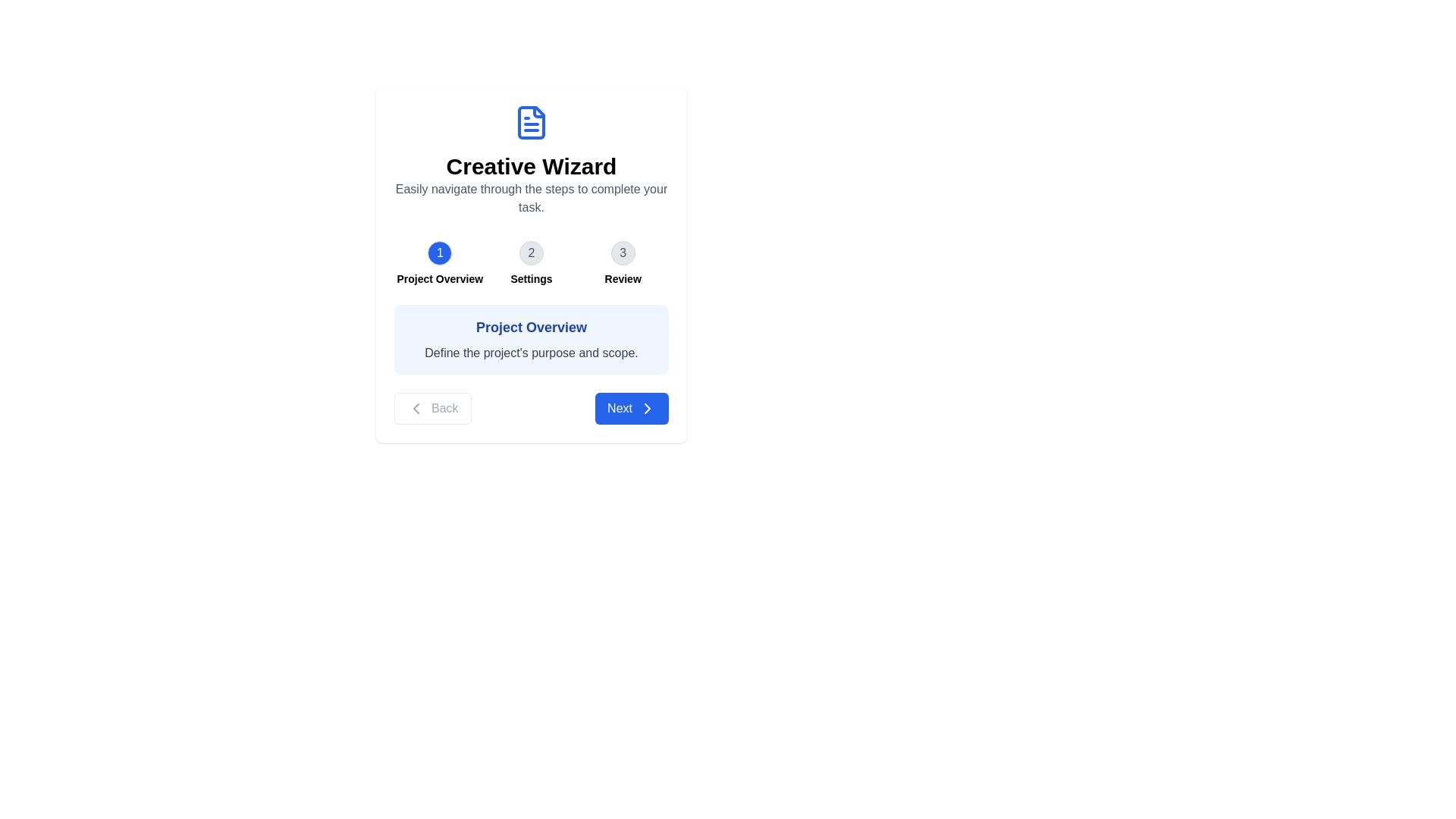  I want to click on text of the first step indicator labeled 'Project Overview' which is a circular icon displaying the number '1' in white on a blue background, located in the step navigation bar below the header, so click(439, 262).